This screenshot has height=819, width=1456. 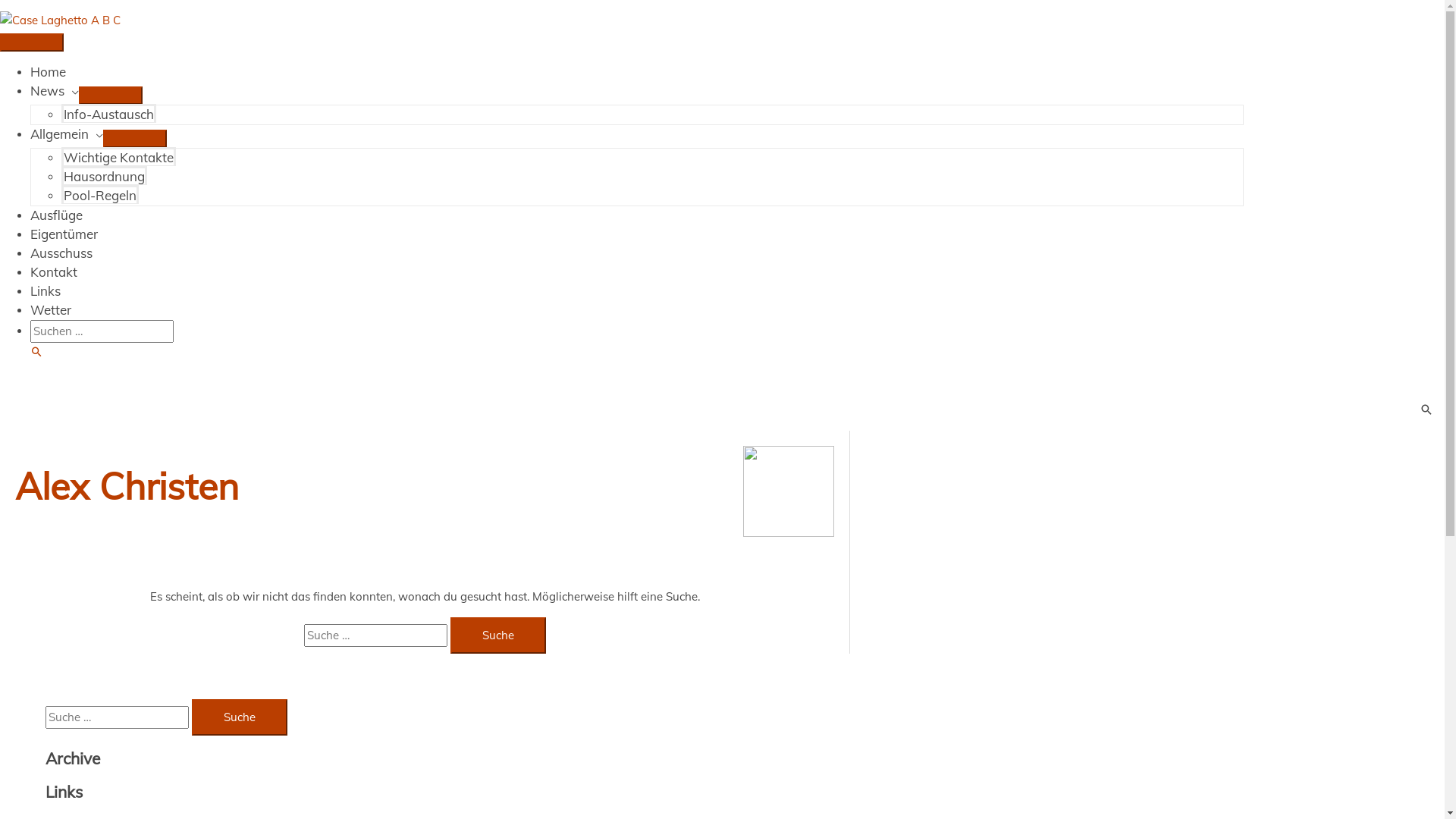 I want to click on 'Kontakt', so click(x=54, y=271).